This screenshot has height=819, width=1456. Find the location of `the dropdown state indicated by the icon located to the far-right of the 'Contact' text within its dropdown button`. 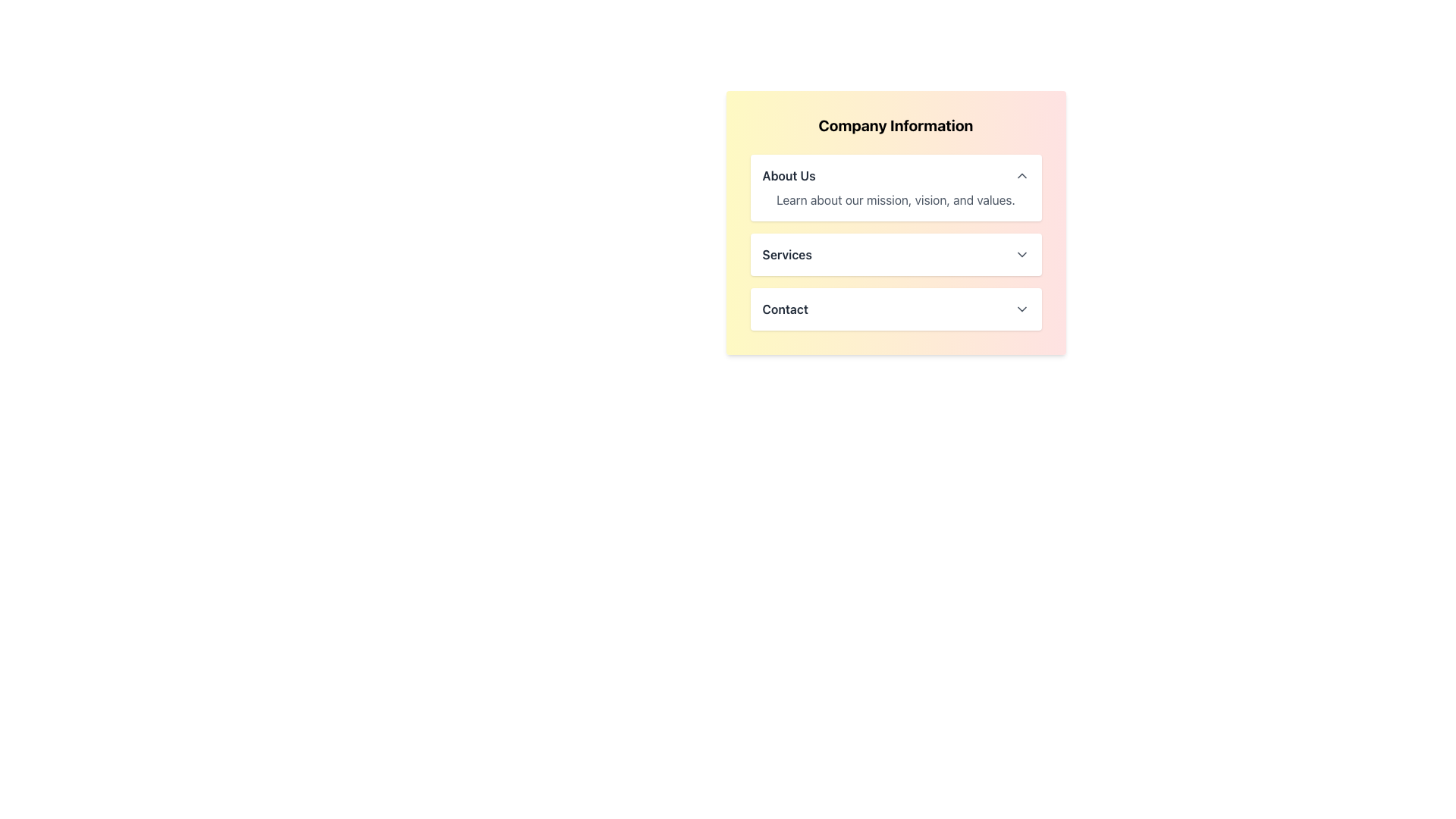

the dropdown state indicated by the icon located to the far-right of the 'Contact' text within its dropdown button is located at coordinates (1021, 309).